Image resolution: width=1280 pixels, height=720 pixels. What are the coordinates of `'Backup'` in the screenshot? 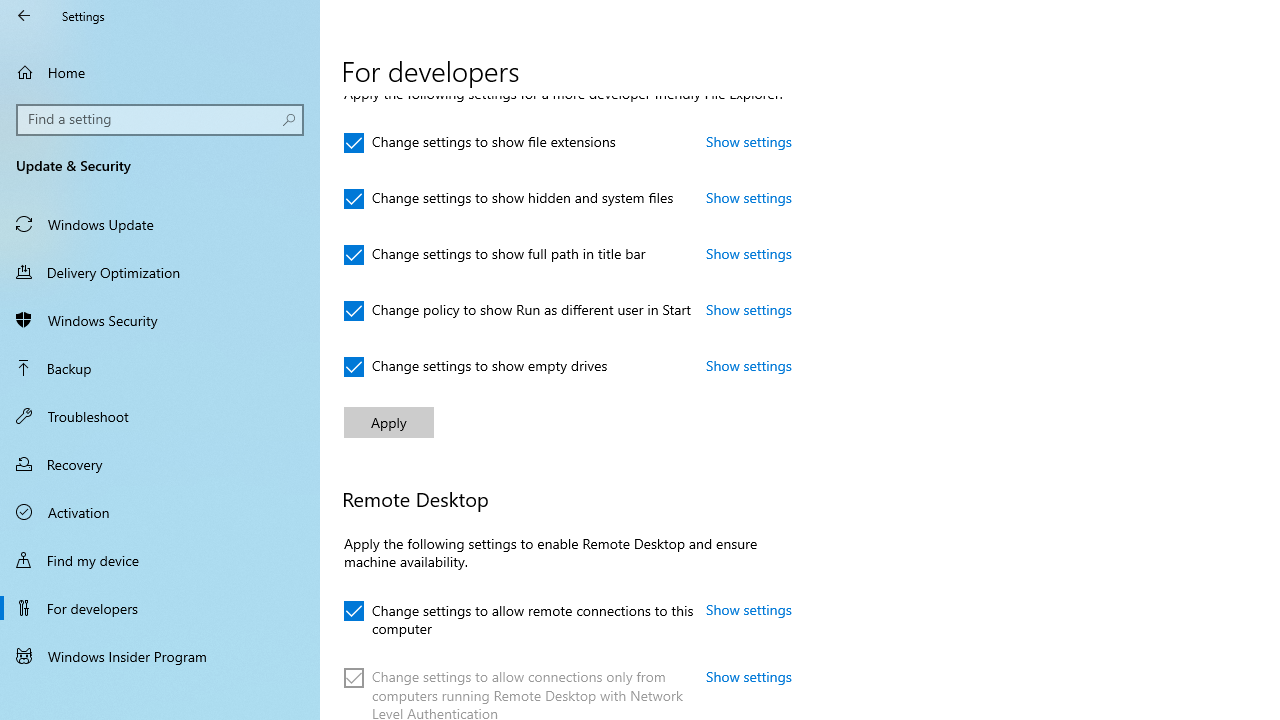 It's located at (160, 367).